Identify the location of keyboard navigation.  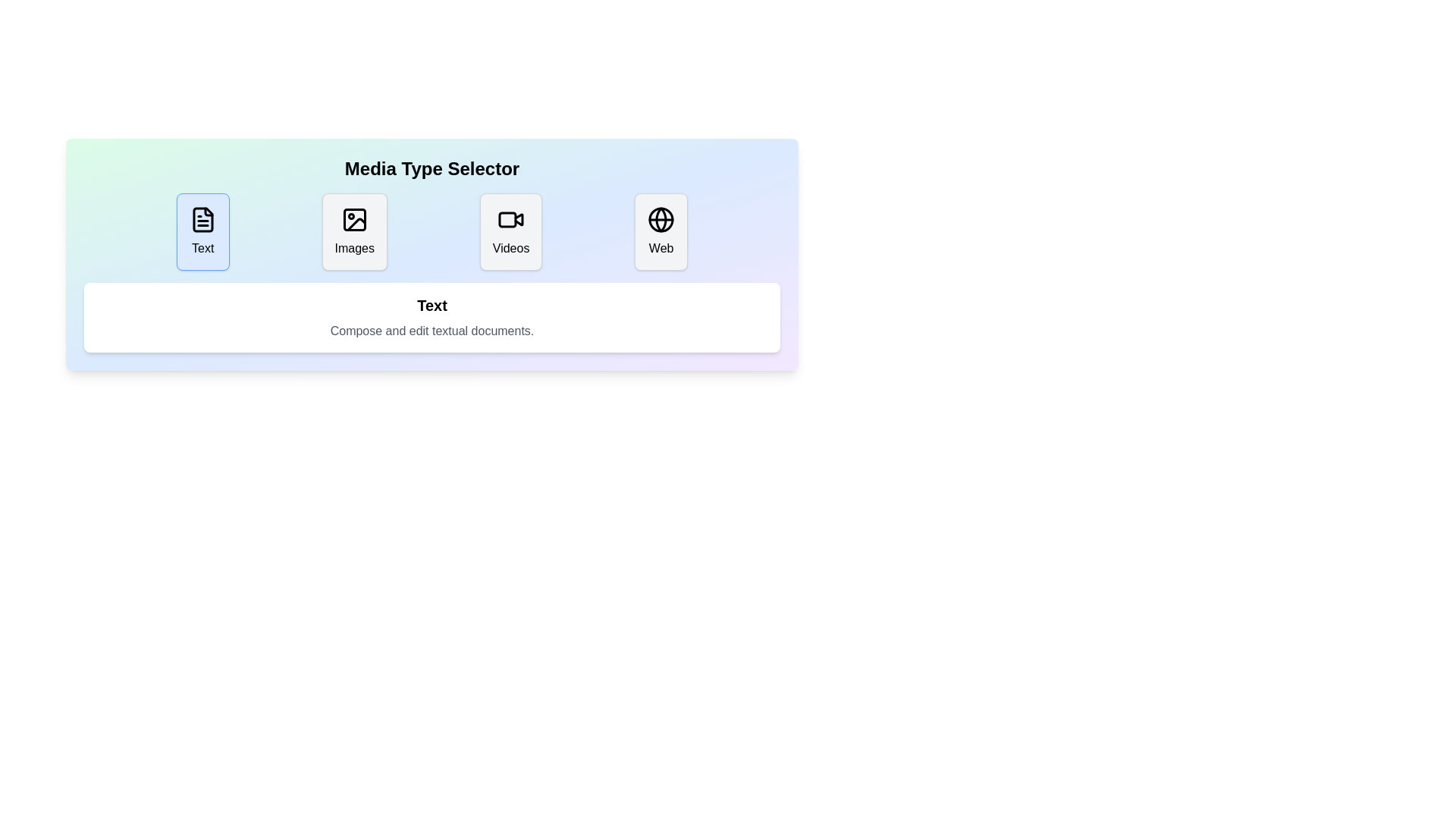
(353, 219).